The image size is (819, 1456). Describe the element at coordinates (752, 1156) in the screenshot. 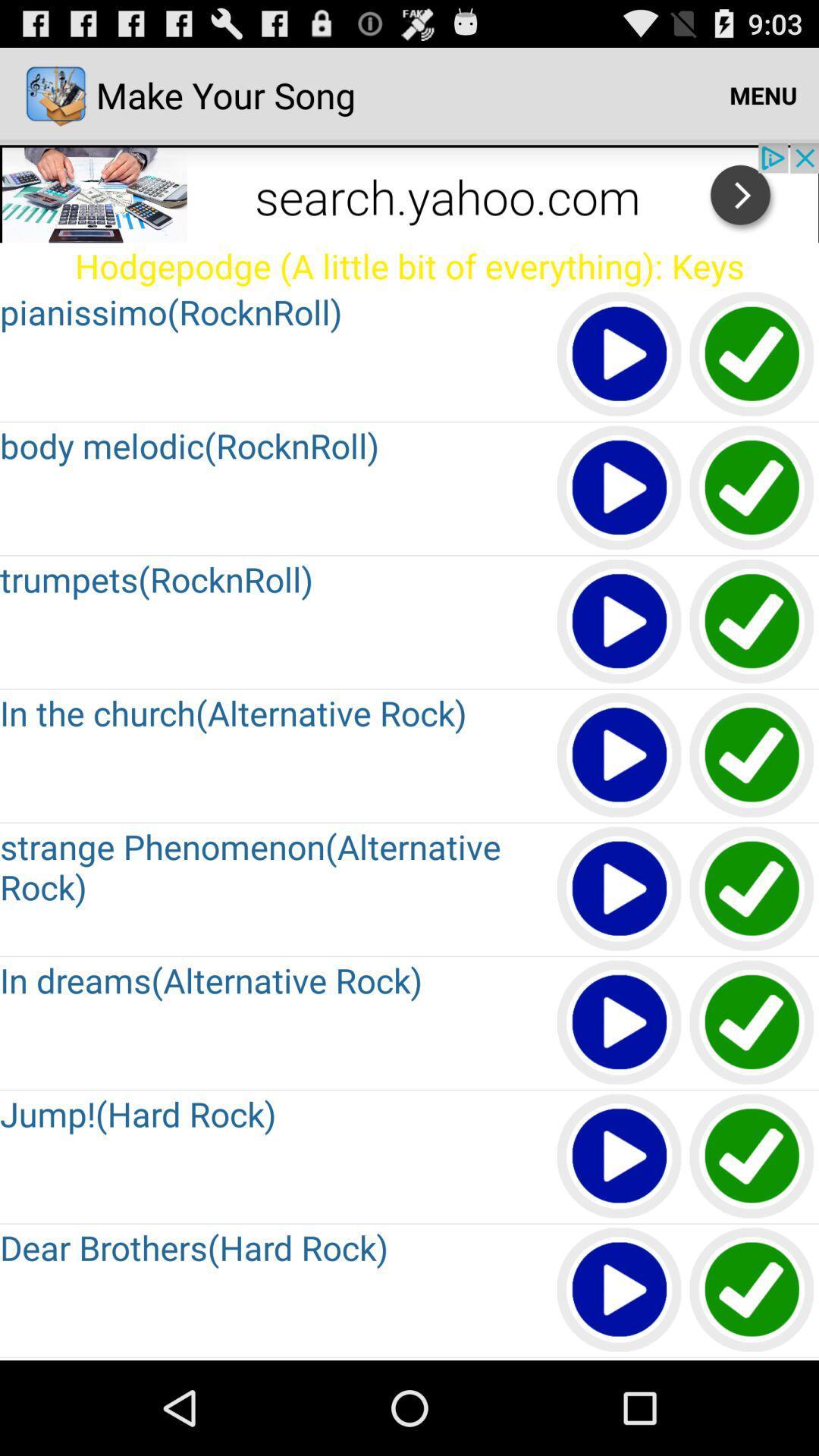

I see `jump` at that location.